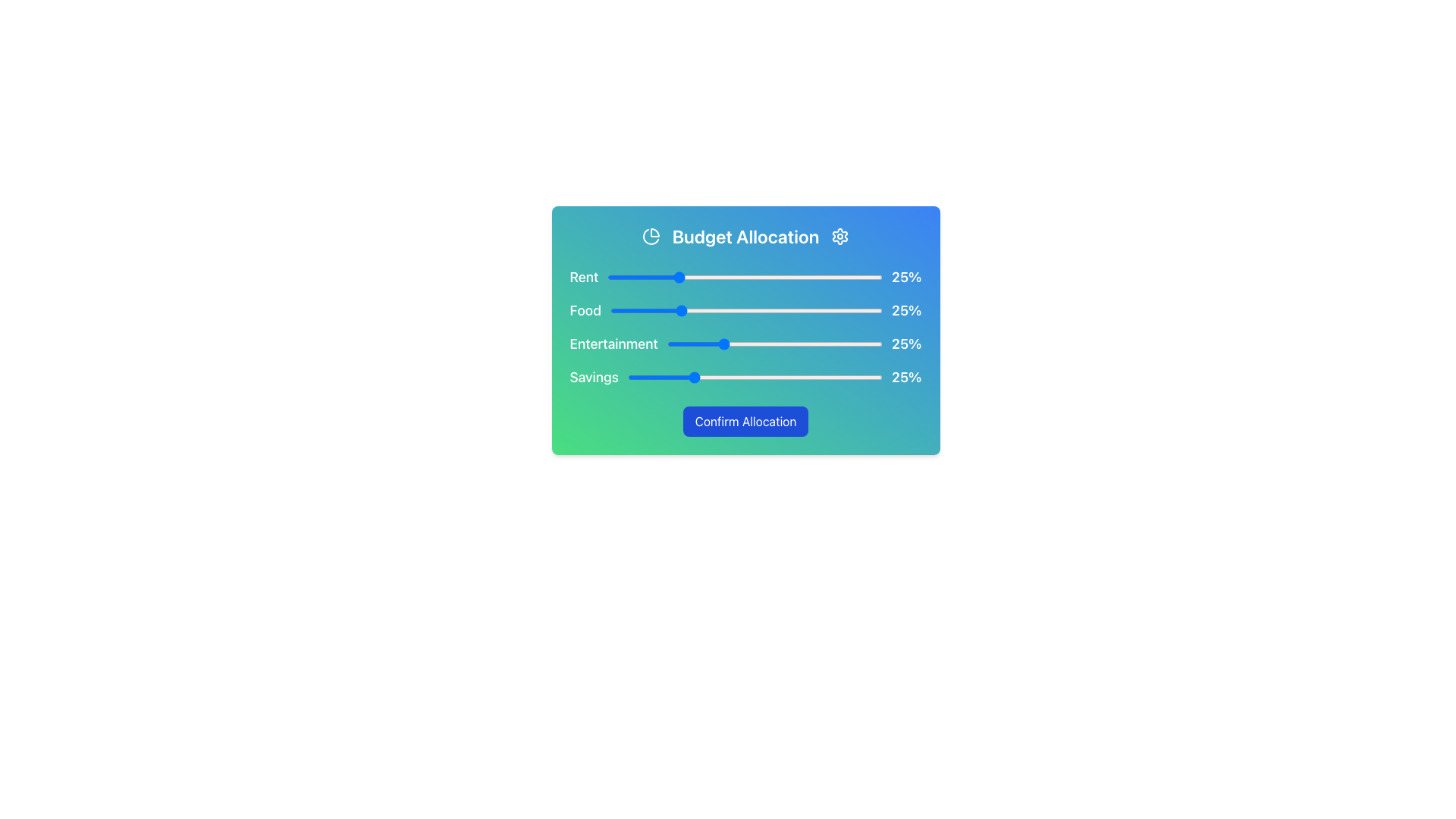 Image resolution: width=1456 pixels, height=819 pixels. Describe the element at coordinates (734, 278) in the screenshot. I see `the slider value` at that location.